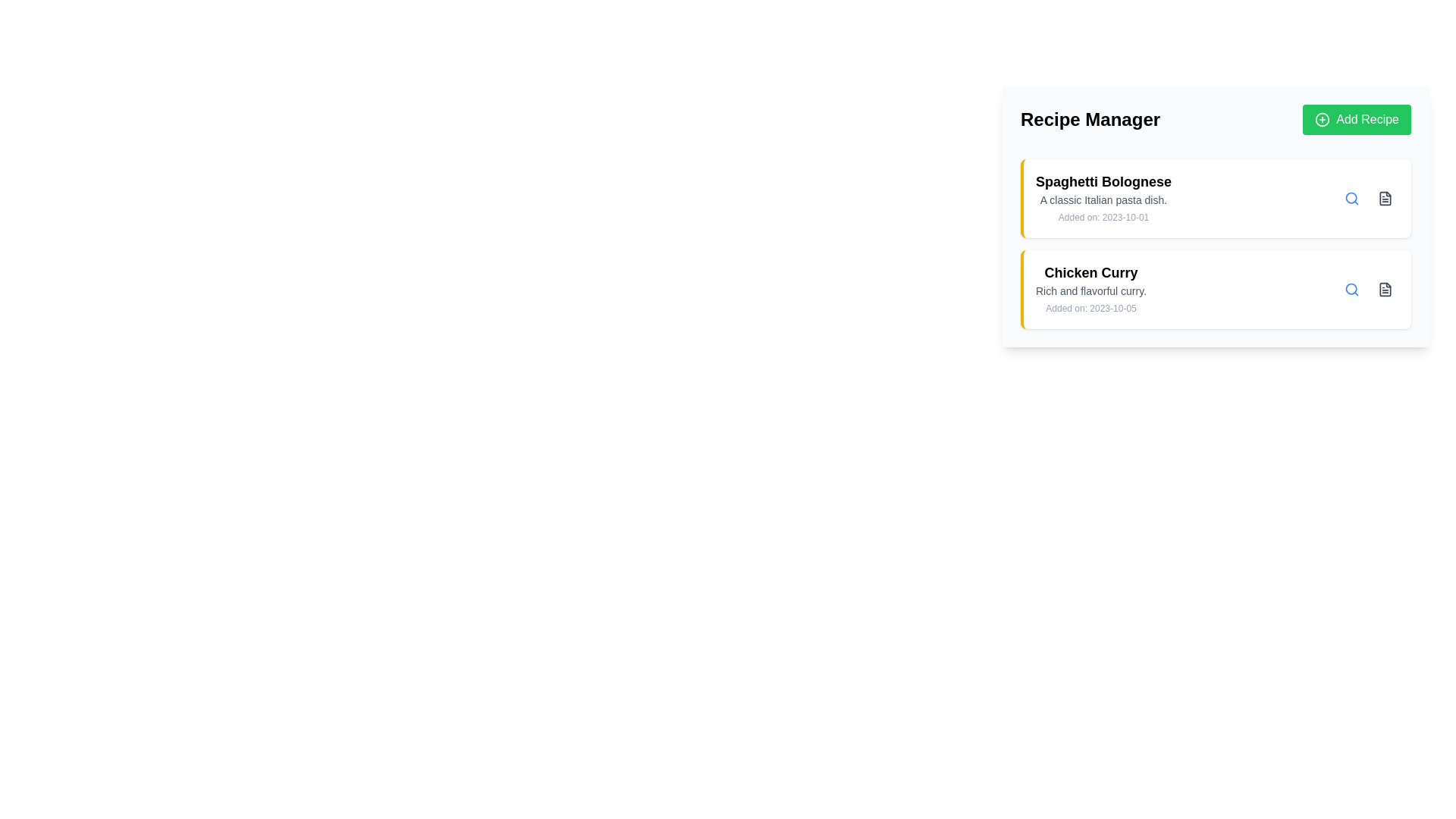 The height and width of the screenshot is (819, 1456). What do you see at coordinates (1357, 119) in the screenshot?
I see `the rectangular green button labeled 'Add Recipe' with a '+' icon, located in the upper-right corner of the 'Recipe Manager' section` at bounding box center [1357, 119].